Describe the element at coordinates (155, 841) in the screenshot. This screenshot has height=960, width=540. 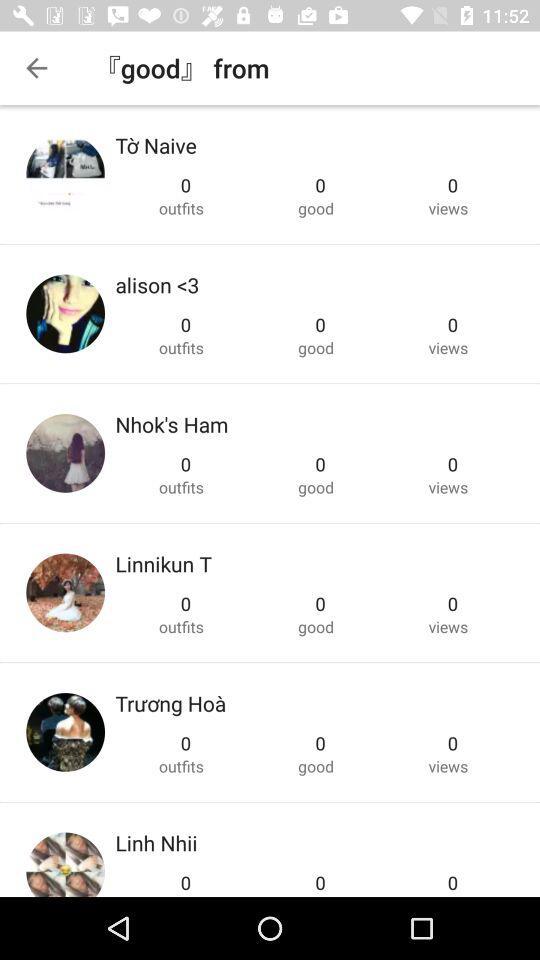
I see `the linh nhii` at that location.